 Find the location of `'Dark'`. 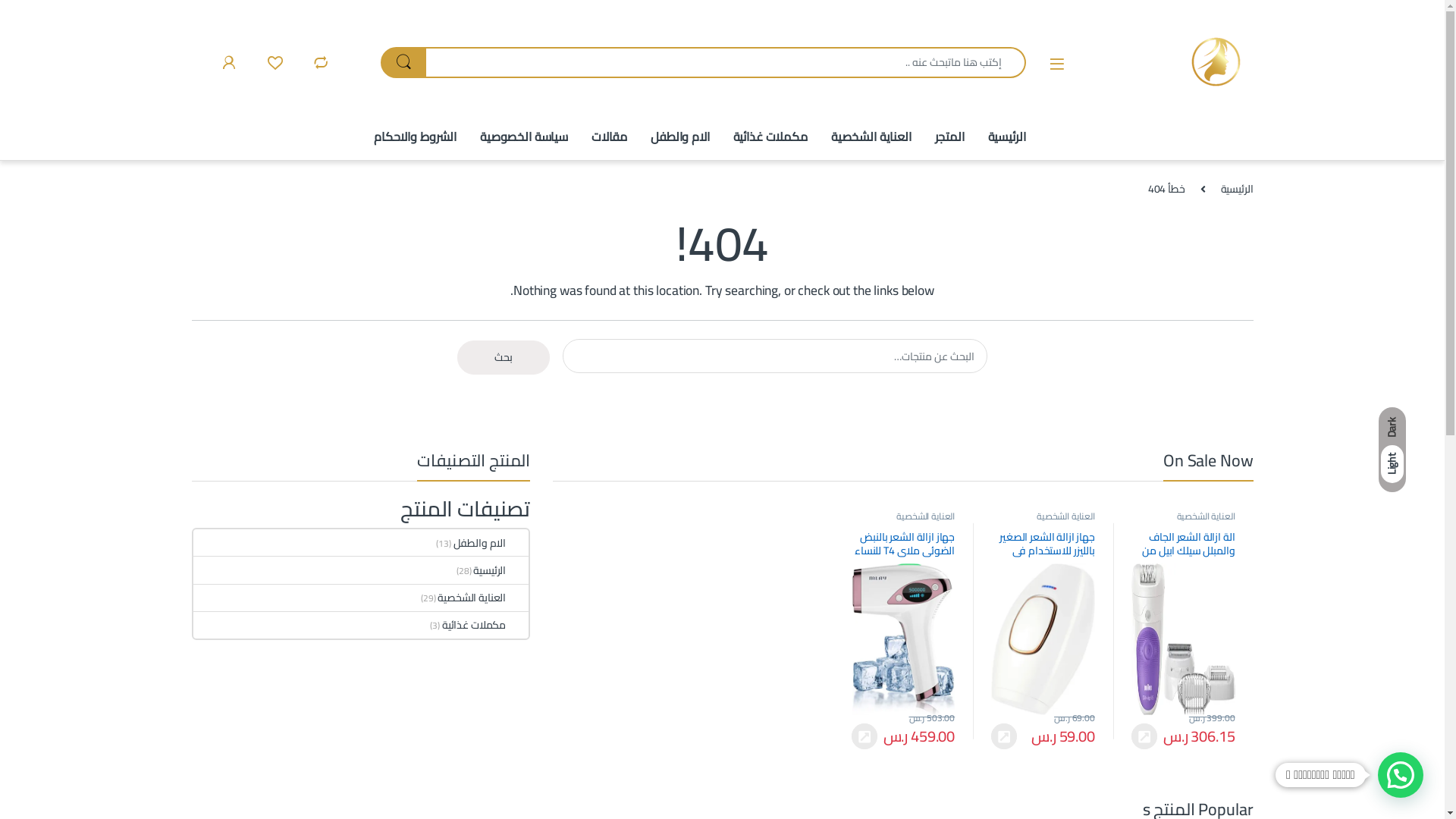

'Dark' is located at coordinates (1392, 427).